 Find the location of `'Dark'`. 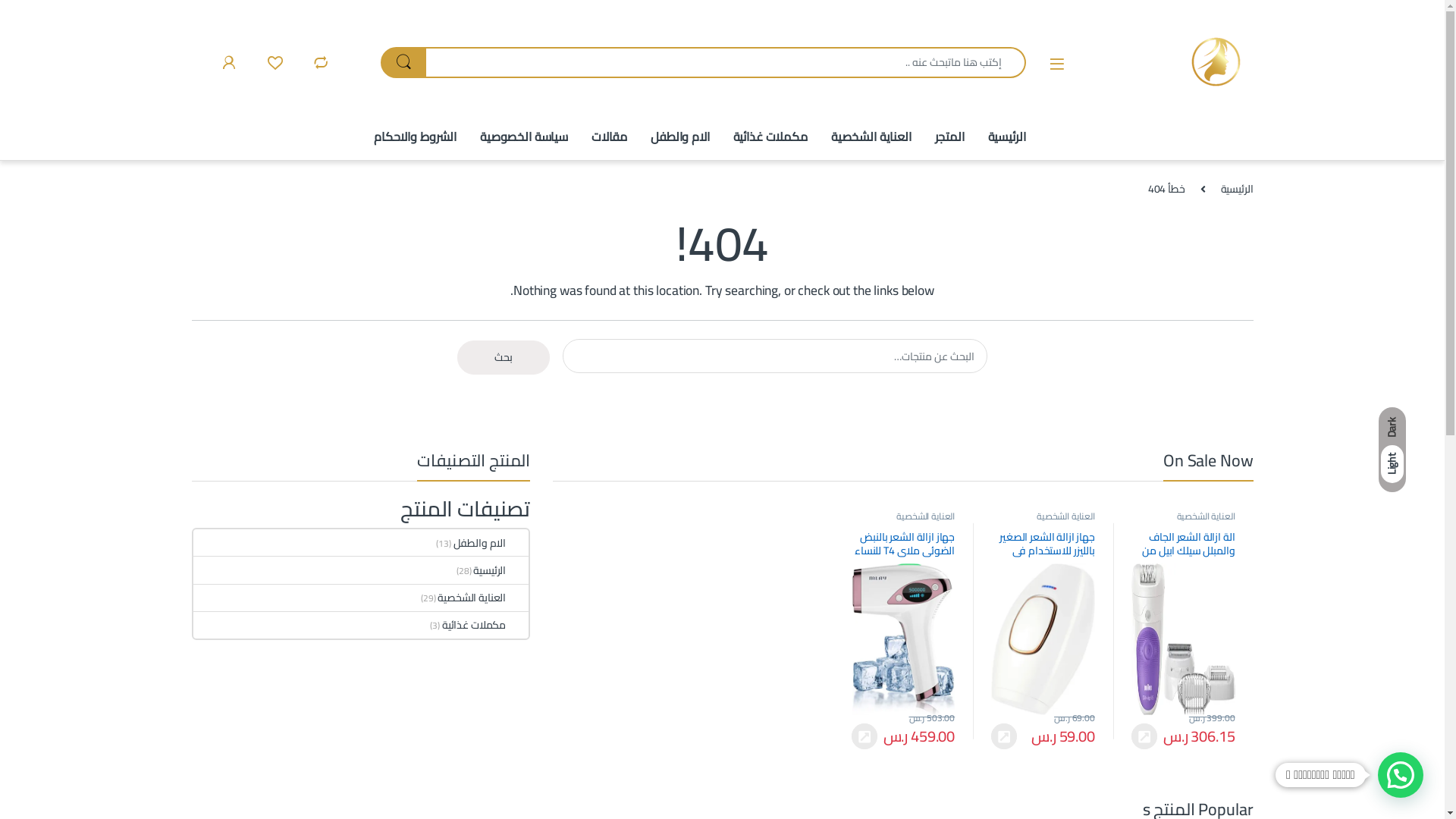

'Dark' is located at coordinates (1392, 427).